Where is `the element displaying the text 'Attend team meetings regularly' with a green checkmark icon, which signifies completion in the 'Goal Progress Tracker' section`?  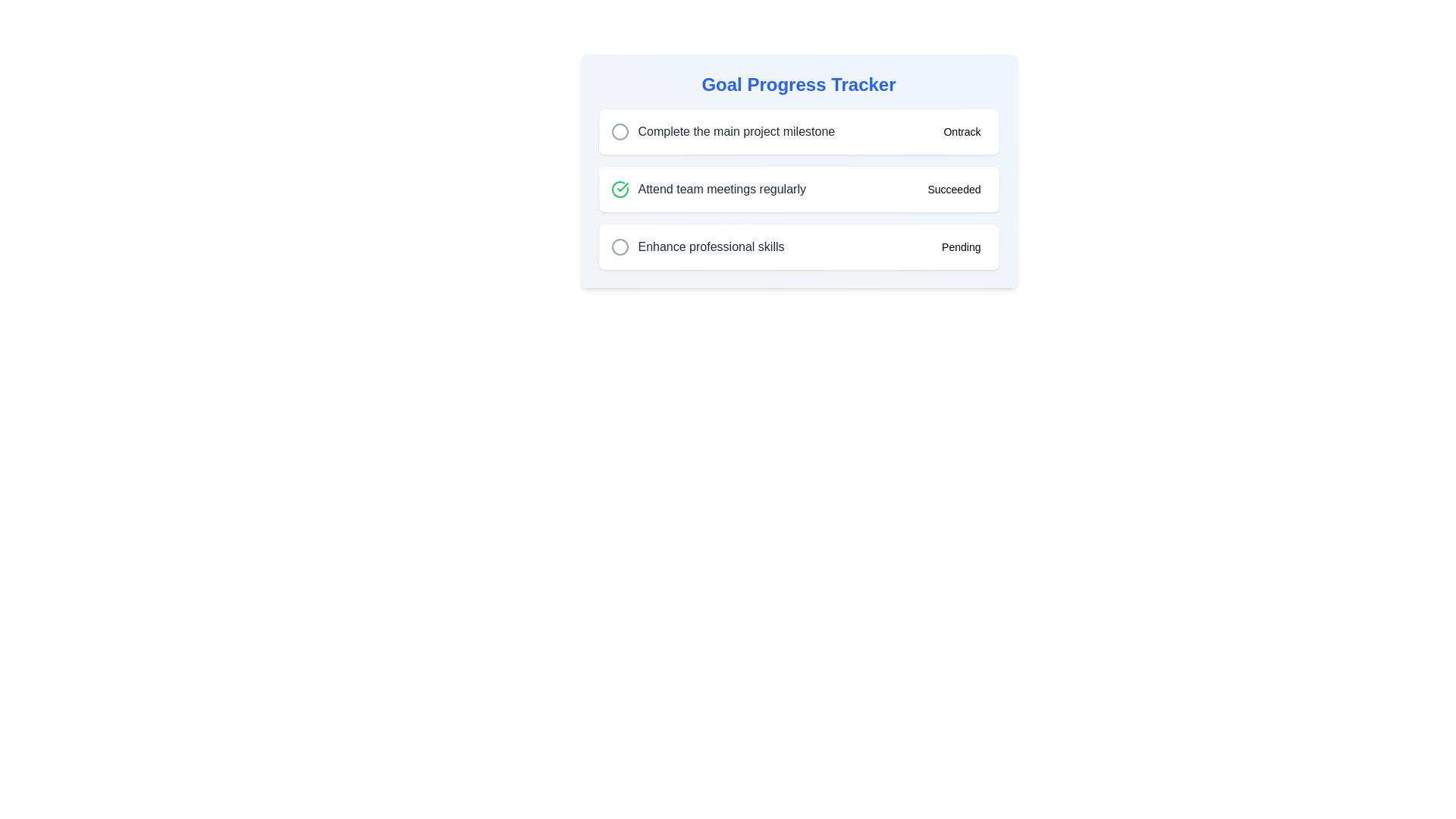 the element displaying the text 'Attend team meetings regularly' with a green checkmark icon, which signifies completion in the 'Goal Progress Tracker' section is located at coordinates (708, 189).